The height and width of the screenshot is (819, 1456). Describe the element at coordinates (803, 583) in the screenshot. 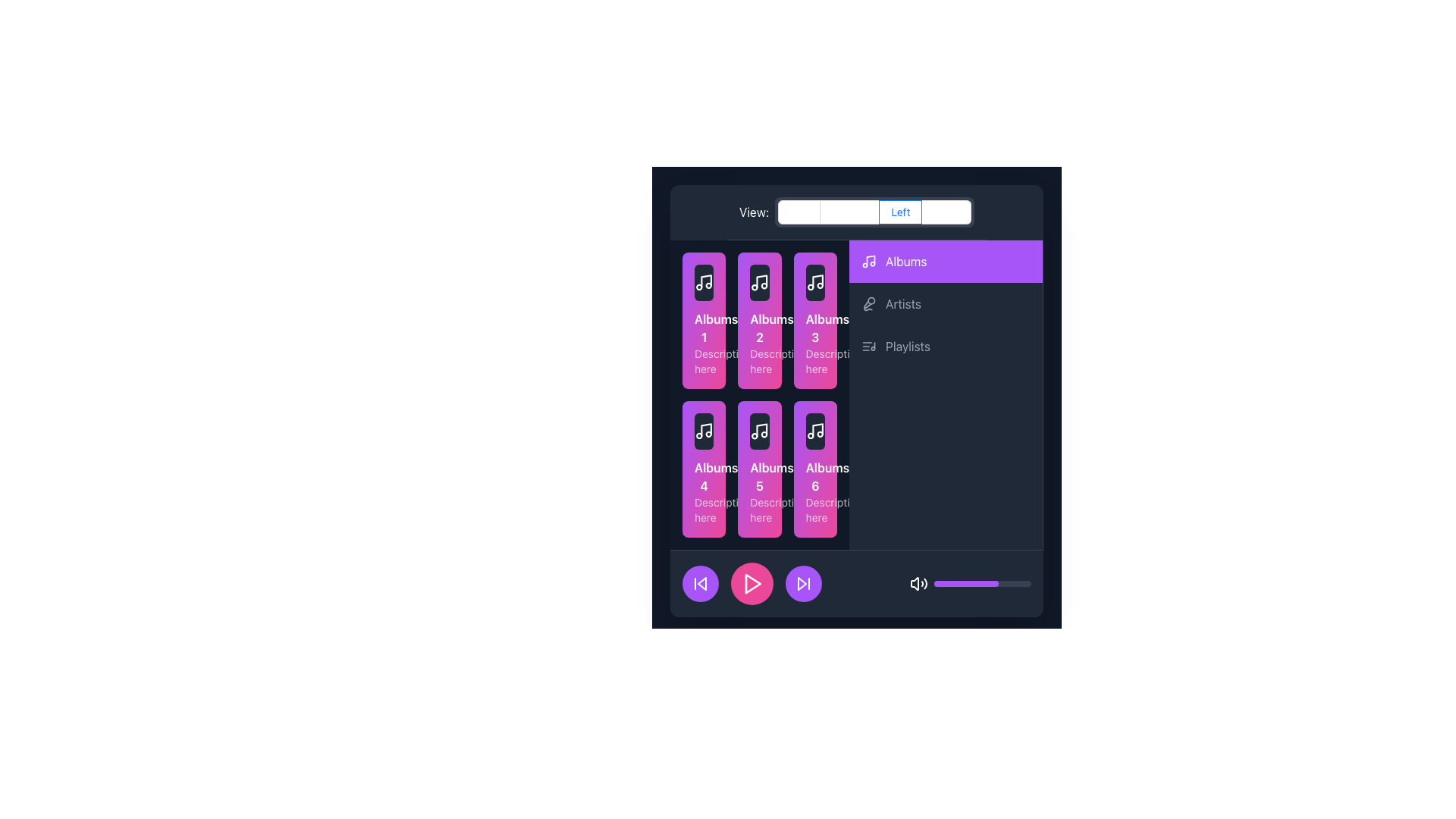

I see `the rightmost button in a horizontal arrangement of three circular buttons at the bottom of the interface to change its background color` at that location.